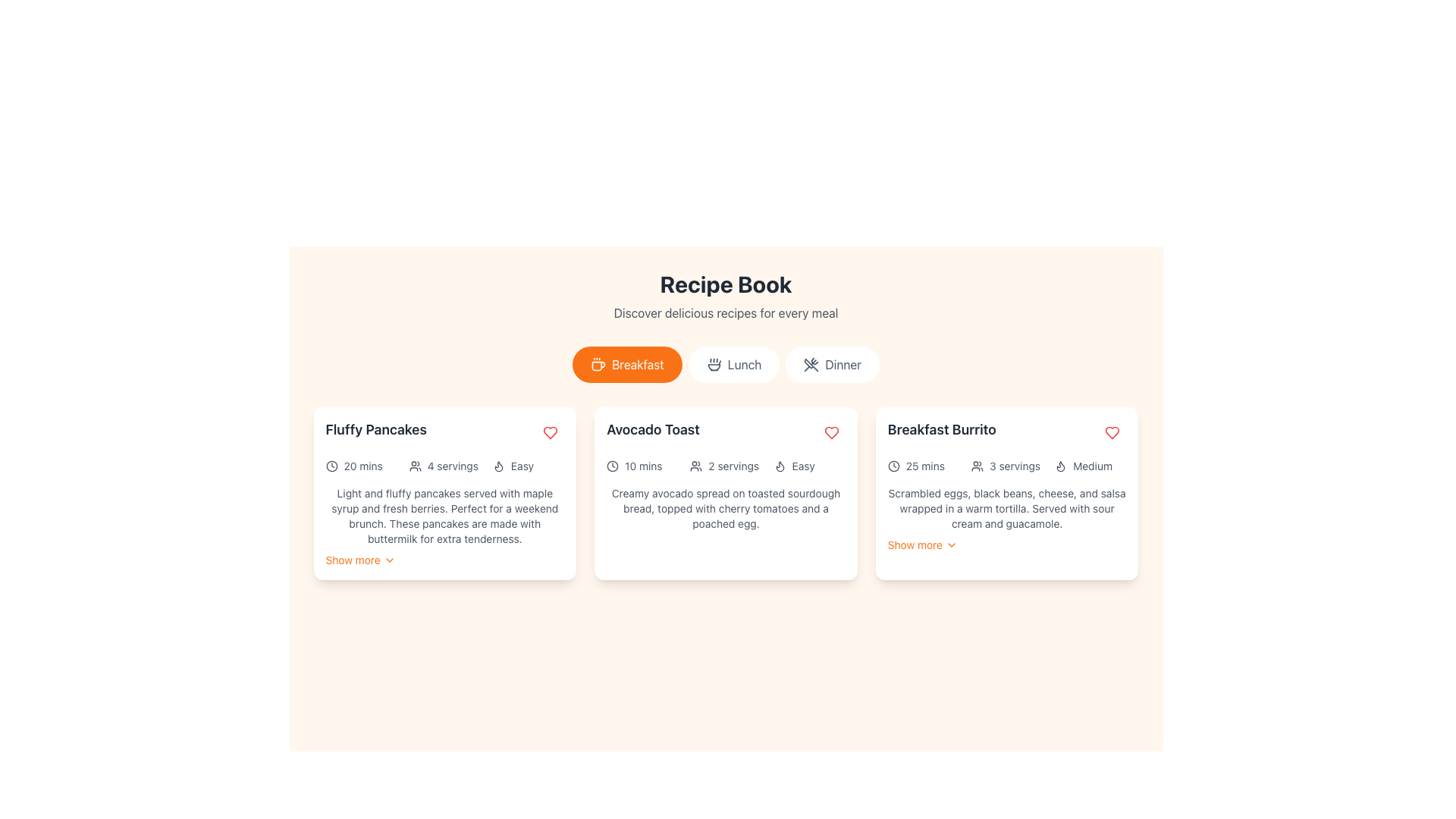 The image size is (1456, 819). Describe the element at coordinates (1007, 465) in the screenshot. I see `details presented in the Informational label group displaying '25 mins', '3 servings', and 'Medium' beneath the 'Breakfast Burrito' title` at that location.